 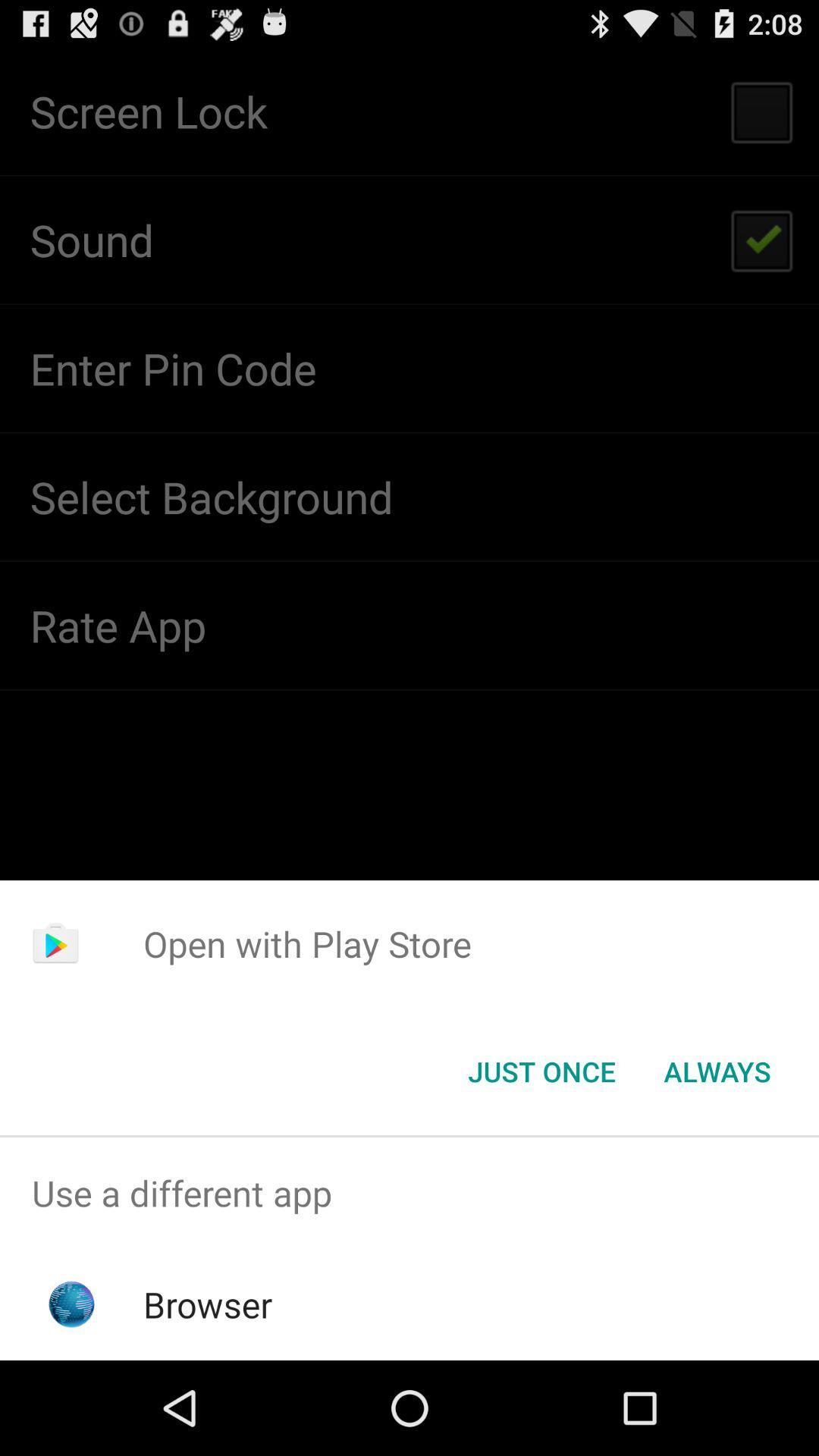 What do you see at coordinates (208, 1304) in the screenshot?
I see `icon below use a different app` at bounding box center [208, 1304].